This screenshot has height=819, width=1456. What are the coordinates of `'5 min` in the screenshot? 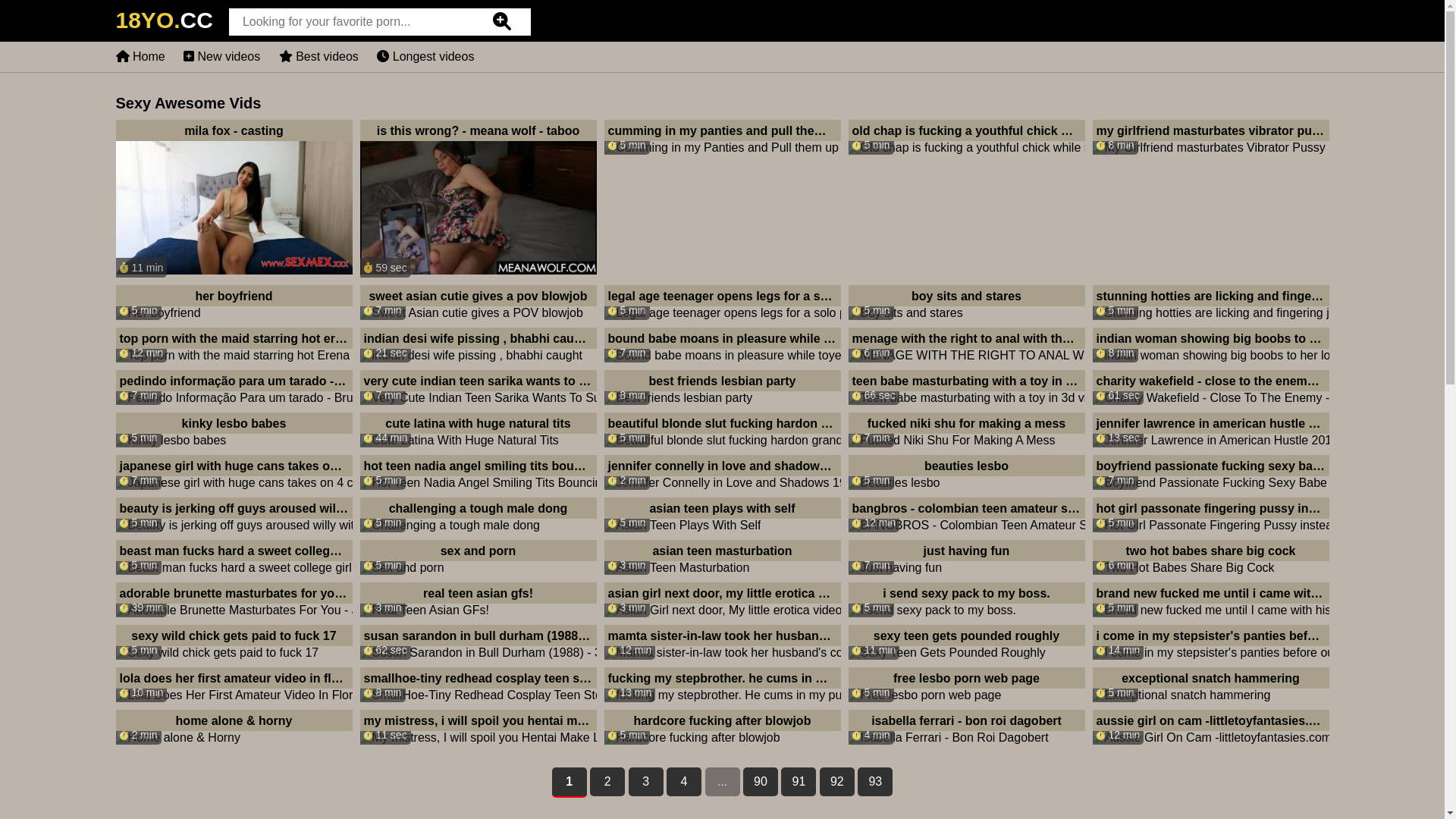 It's located at (720, 726).